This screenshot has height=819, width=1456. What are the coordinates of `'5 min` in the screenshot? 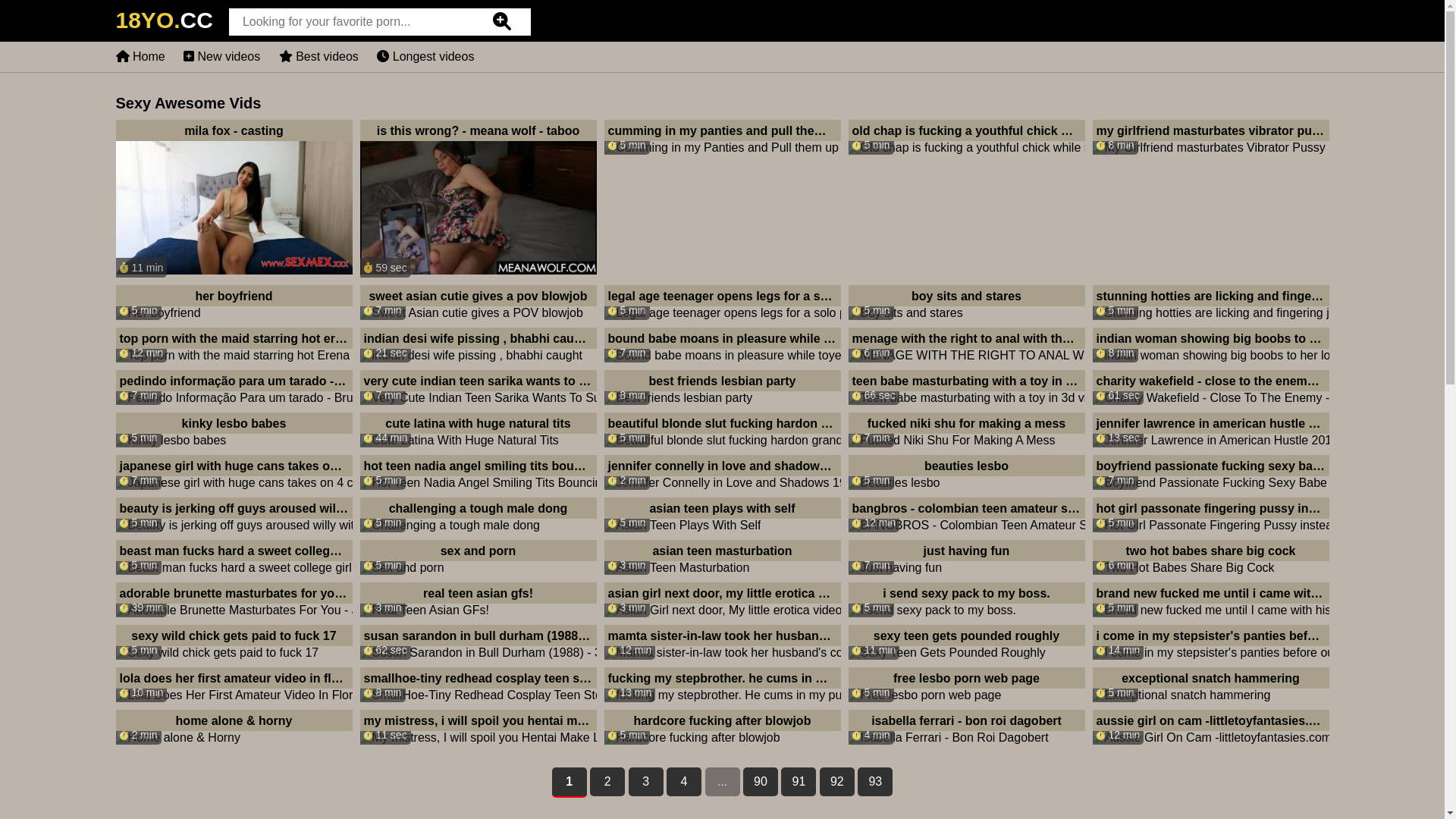 It's located at (720, 726).